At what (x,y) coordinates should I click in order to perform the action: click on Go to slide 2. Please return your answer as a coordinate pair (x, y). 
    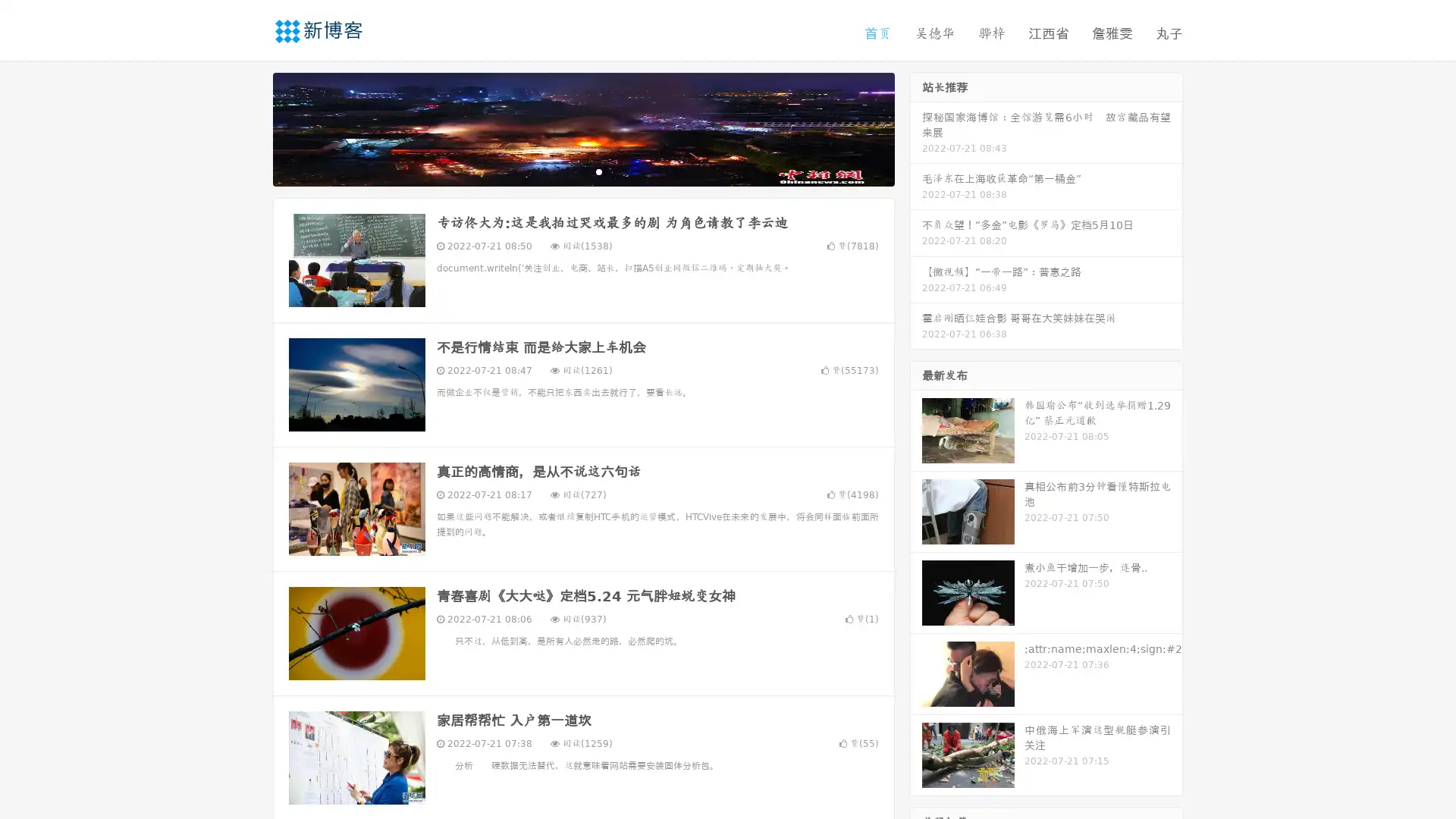
    Looking at the image, I should click on (582, 171).